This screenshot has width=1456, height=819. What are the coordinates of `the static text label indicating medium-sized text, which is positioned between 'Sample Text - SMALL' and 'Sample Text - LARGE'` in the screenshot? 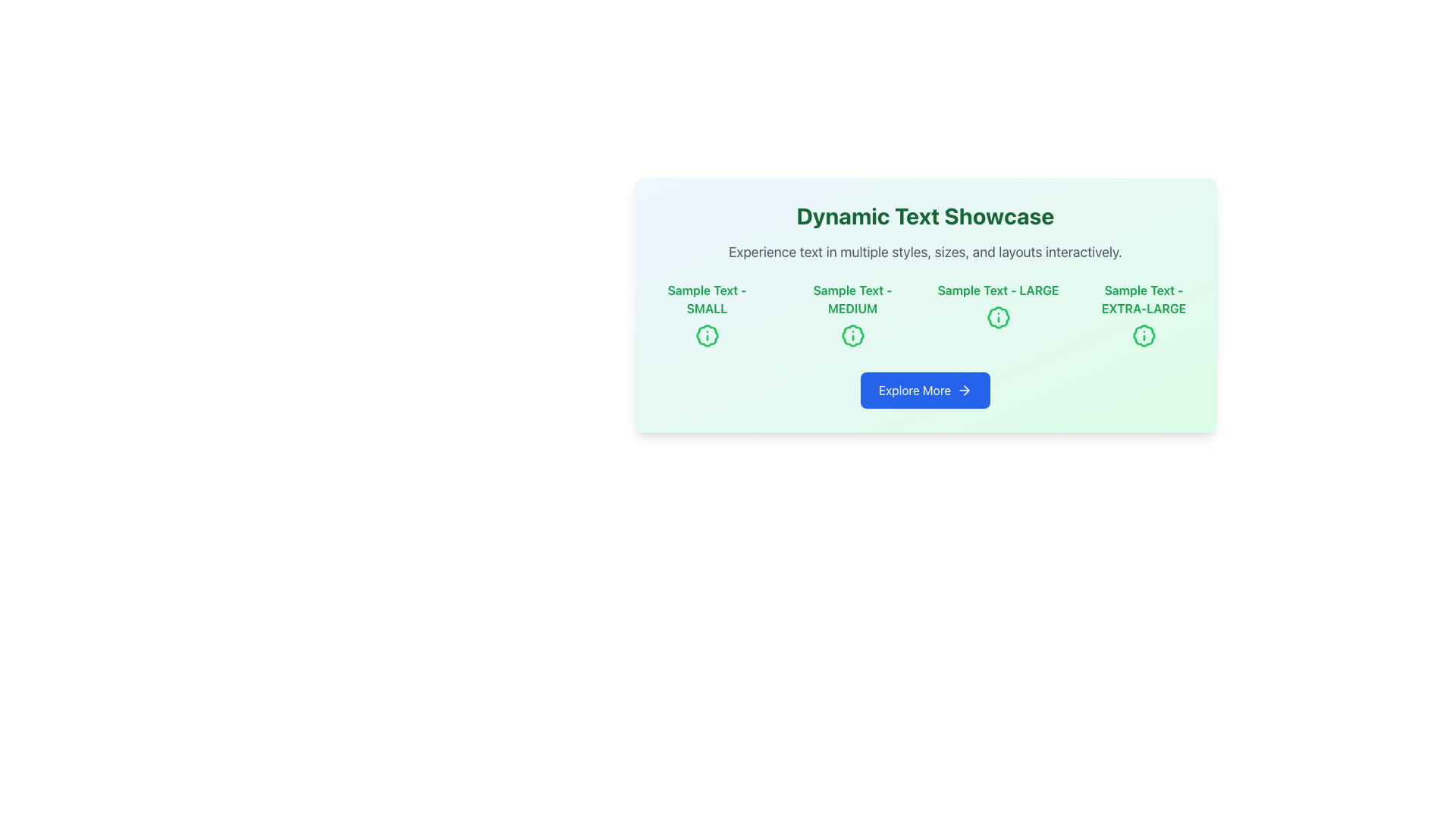 It's located at (852, 299).